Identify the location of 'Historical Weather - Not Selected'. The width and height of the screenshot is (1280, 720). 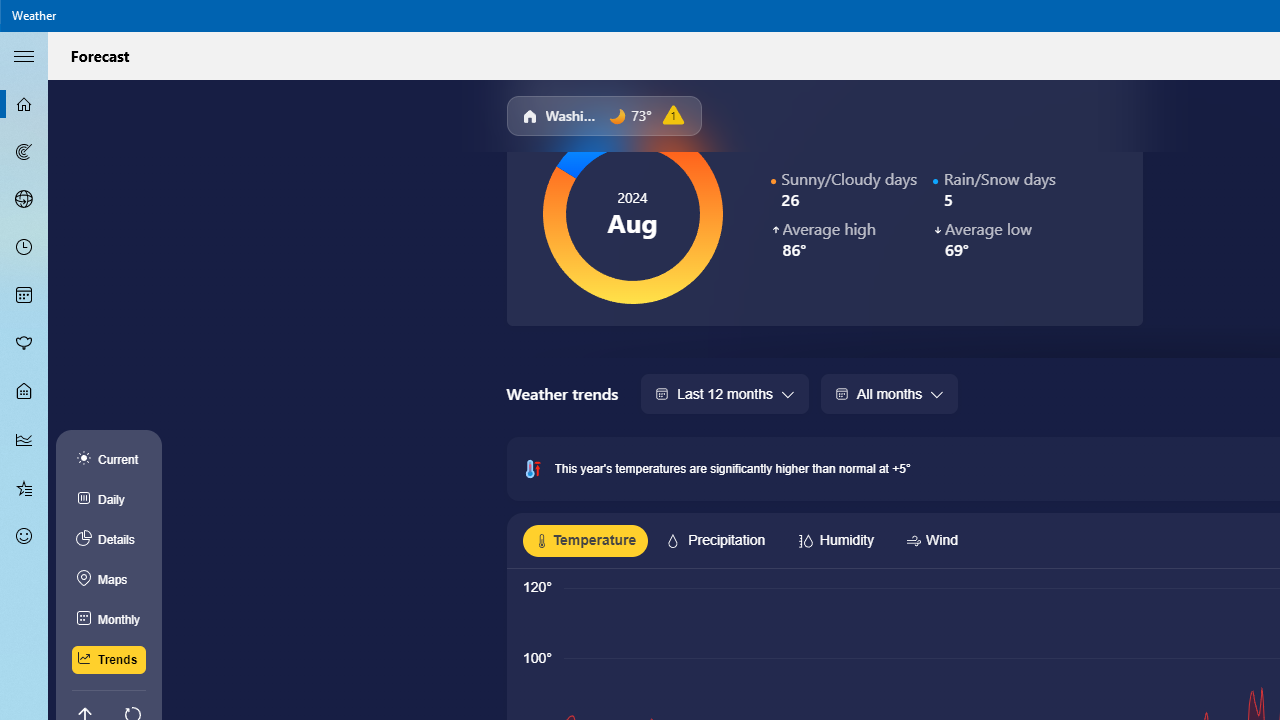
(24, 438).